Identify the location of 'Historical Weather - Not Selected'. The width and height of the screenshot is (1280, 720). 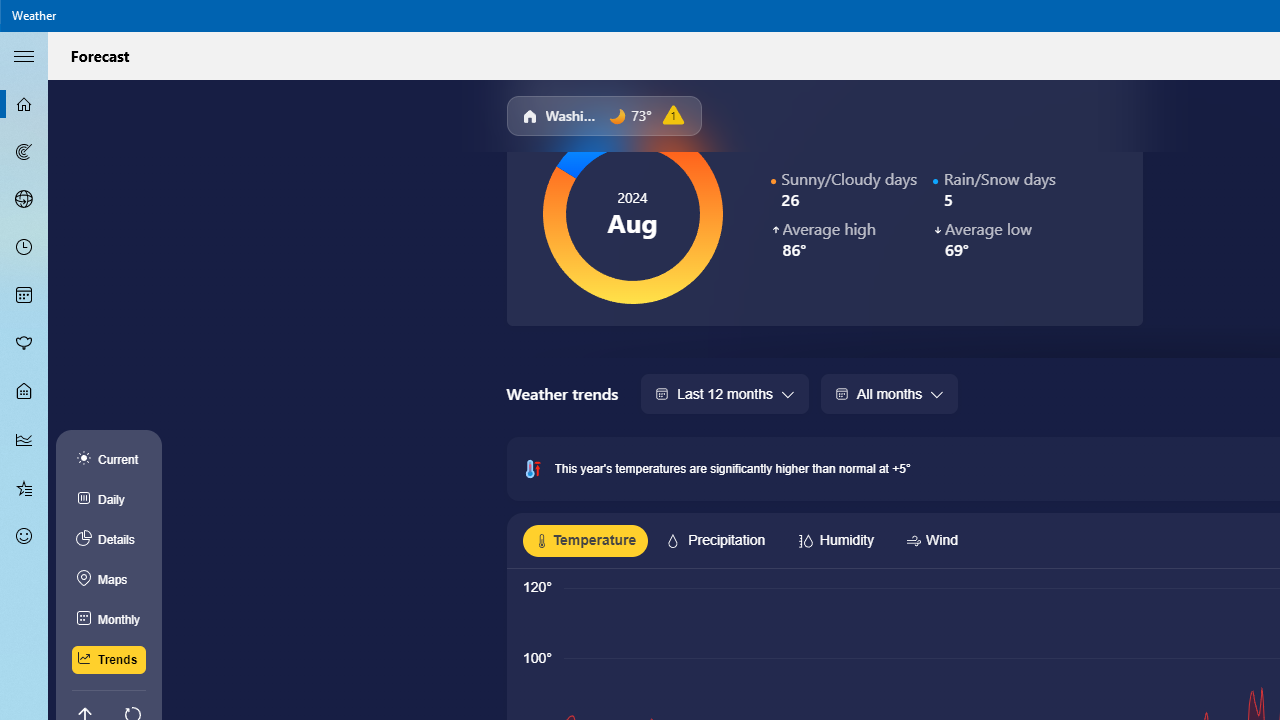
(24, 438).